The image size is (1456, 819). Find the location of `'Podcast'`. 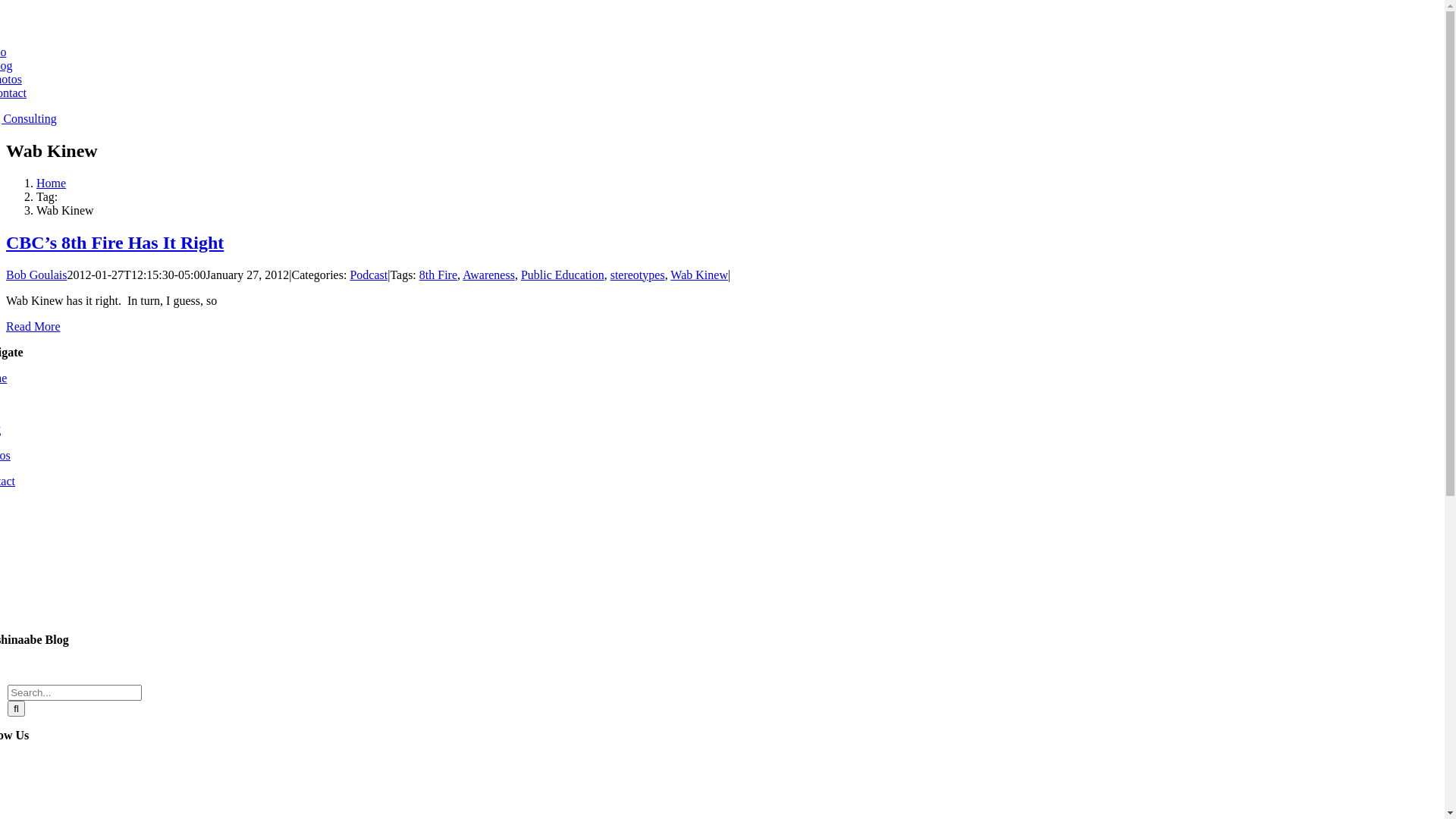

'Podcast' is located at coordinates (368, 275).